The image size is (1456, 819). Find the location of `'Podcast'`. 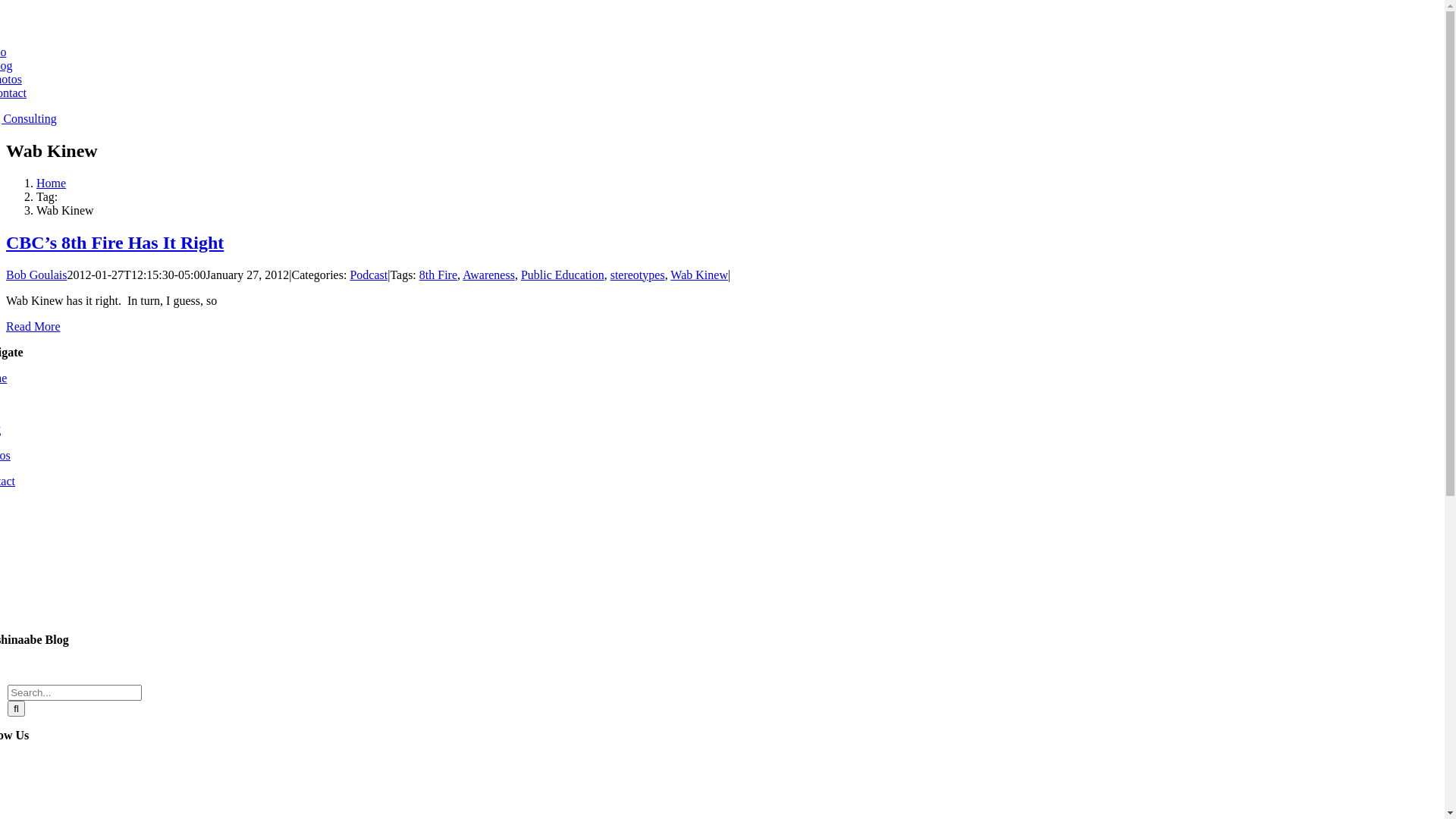

'Podcast' is located at coordinates (368, 275).